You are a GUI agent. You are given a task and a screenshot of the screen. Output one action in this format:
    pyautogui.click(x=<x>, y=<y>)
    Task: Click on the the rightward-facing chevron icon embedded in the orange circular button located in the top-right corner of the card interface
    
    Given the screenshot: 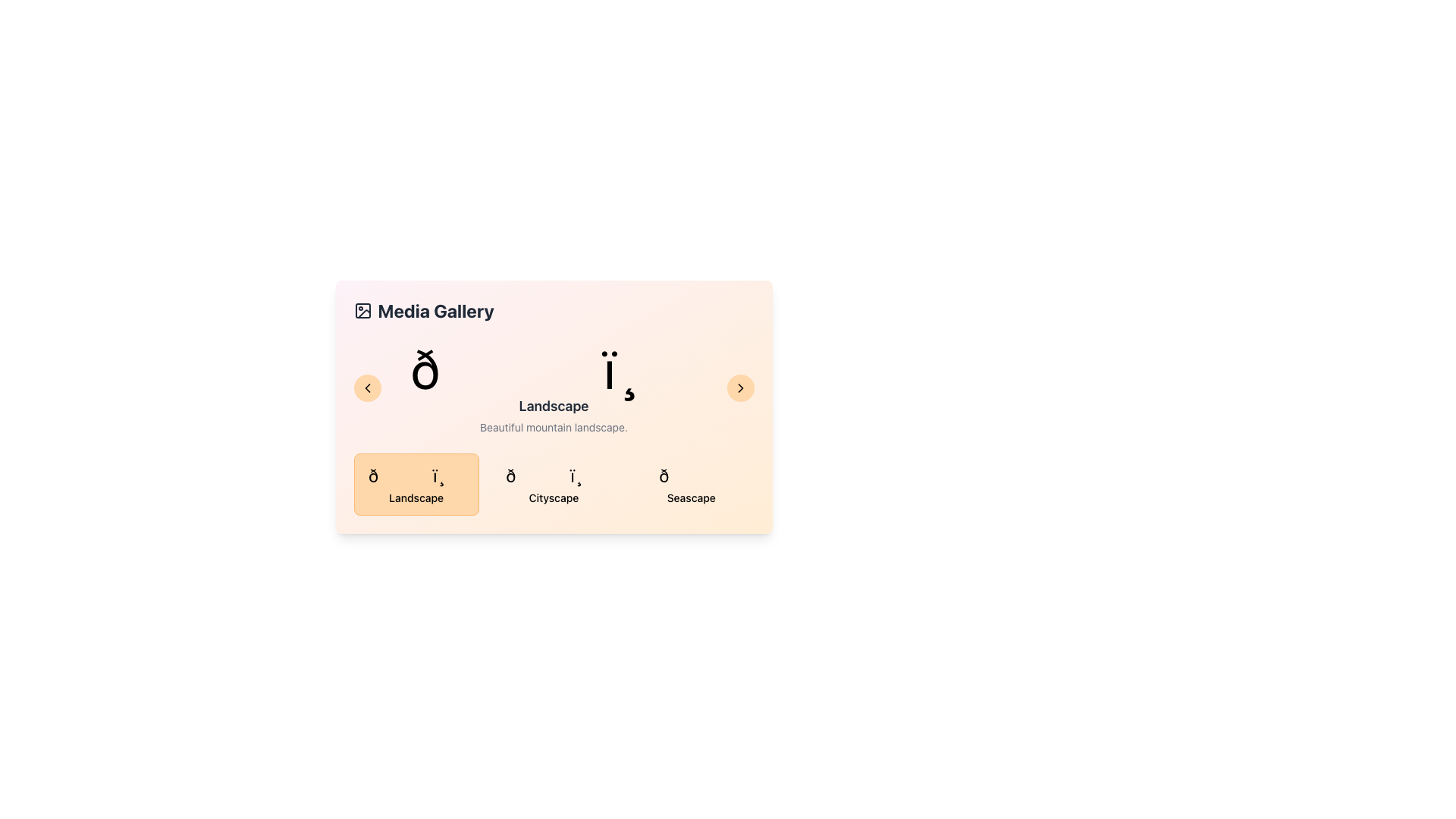 What is the action you would take?
    pyautogui.click(x=740, y=388)
    